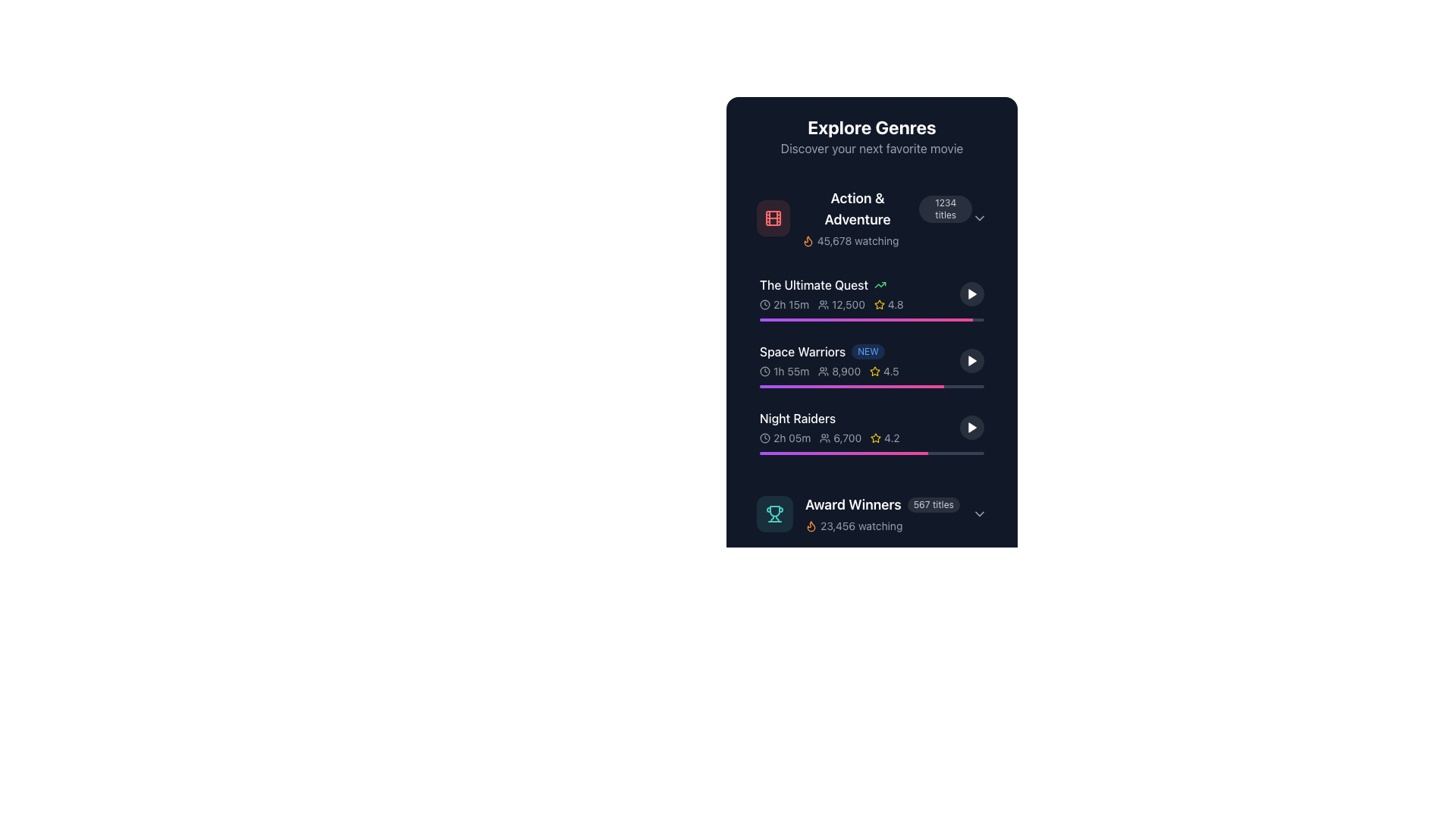 The width and height of the screenshot is (1456, 819). I want to click on the text block titled 'Award Winners' with the subtitle '567 titles' and the label '23,456 watching', so click(882, 513).